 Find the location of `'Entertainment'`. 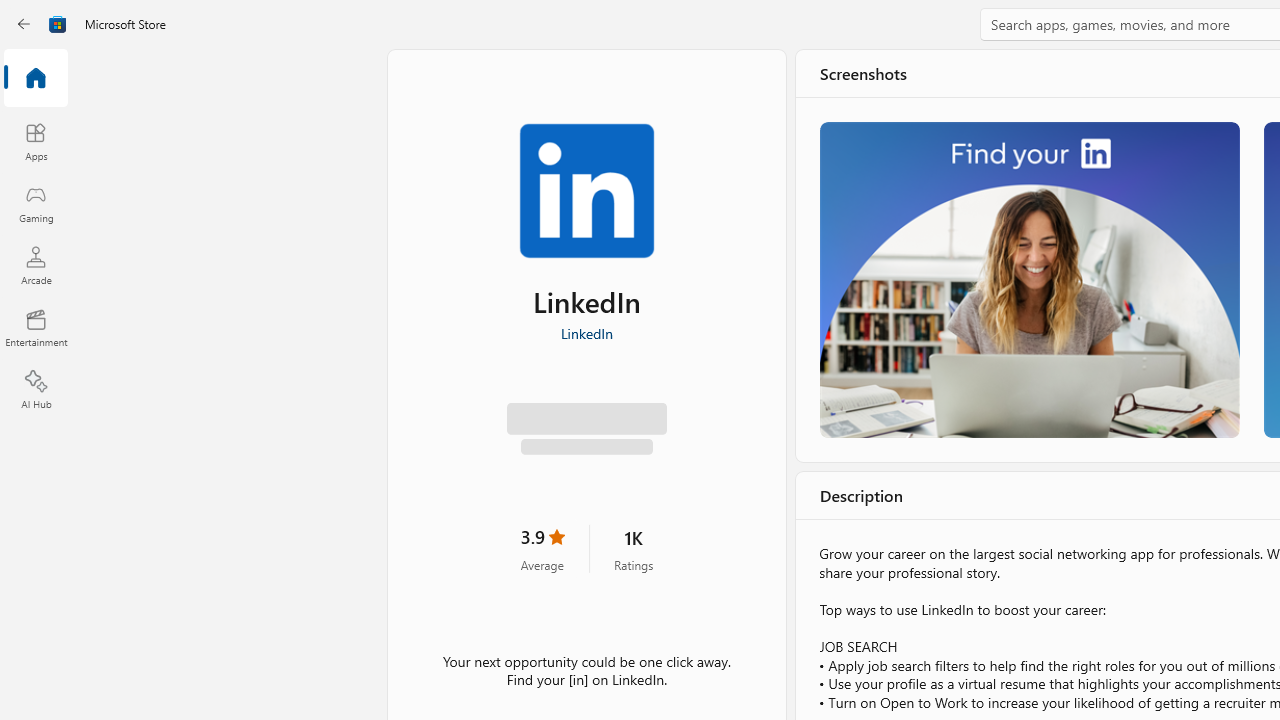

'Entertainment' is located at coordinates (35, 326).